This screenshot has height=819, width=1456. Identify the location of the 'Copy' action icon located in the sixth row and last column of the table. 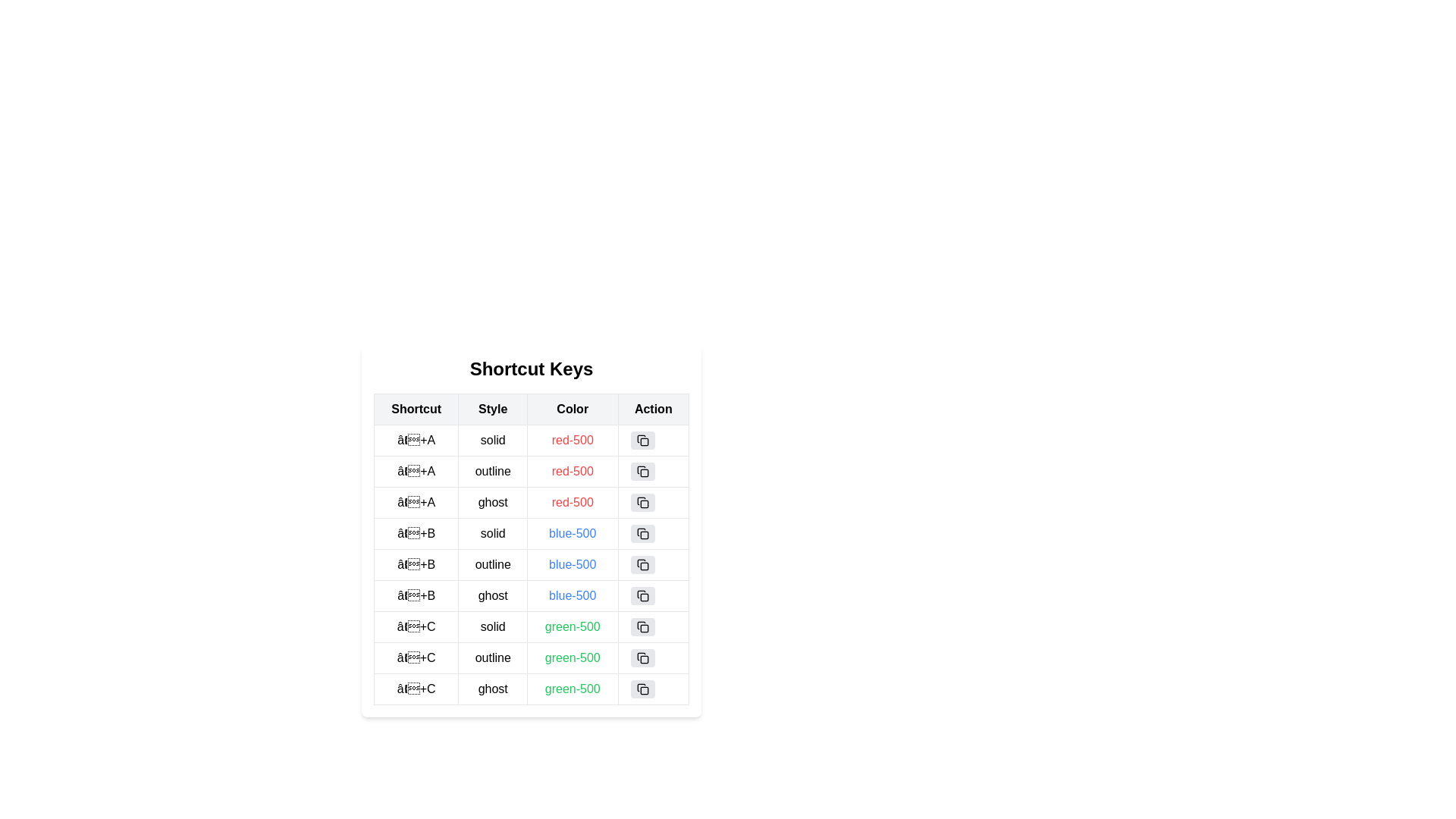
(642, 657).